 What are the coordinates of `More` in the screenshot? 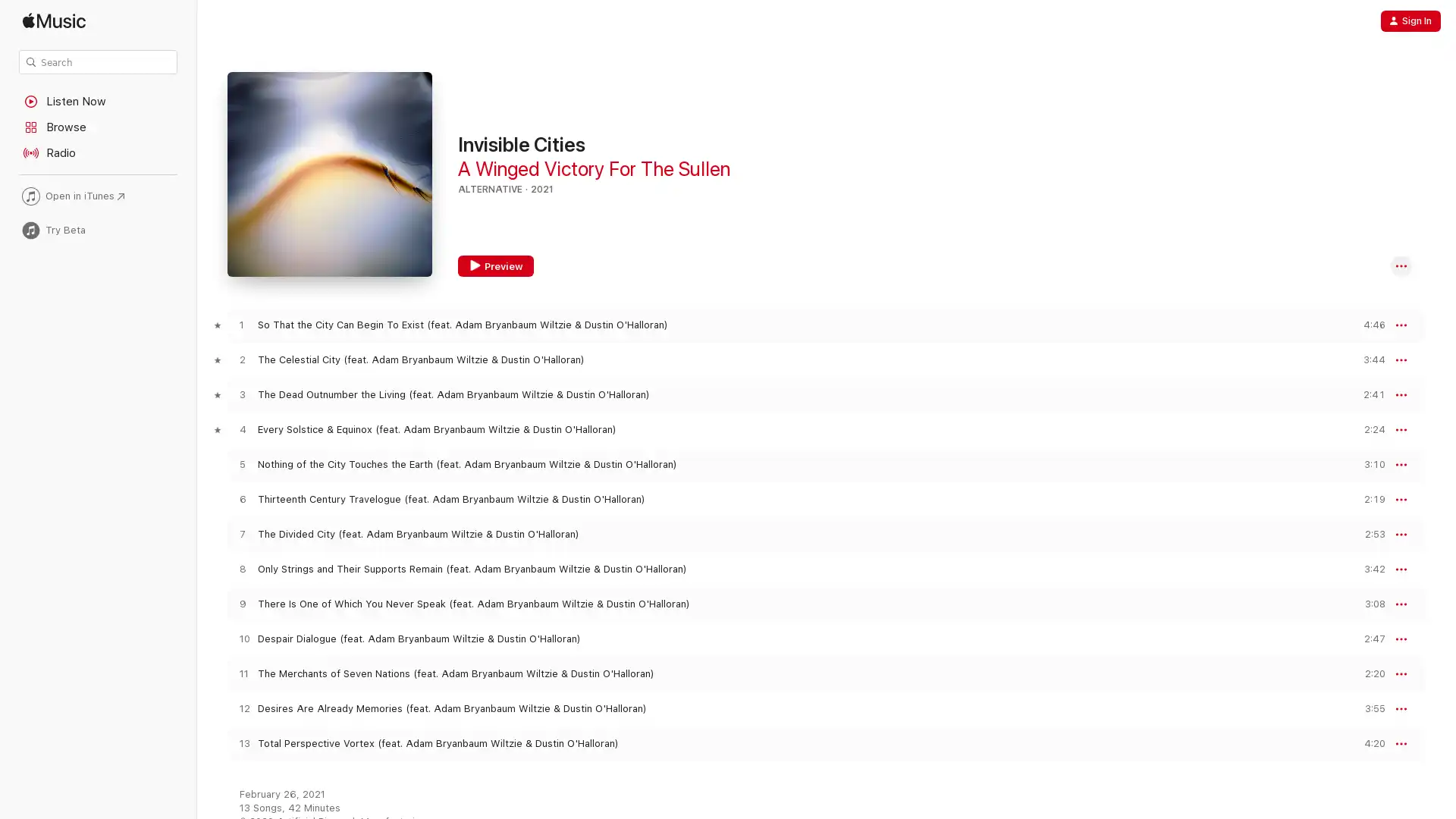 It's located at (1401, 464).